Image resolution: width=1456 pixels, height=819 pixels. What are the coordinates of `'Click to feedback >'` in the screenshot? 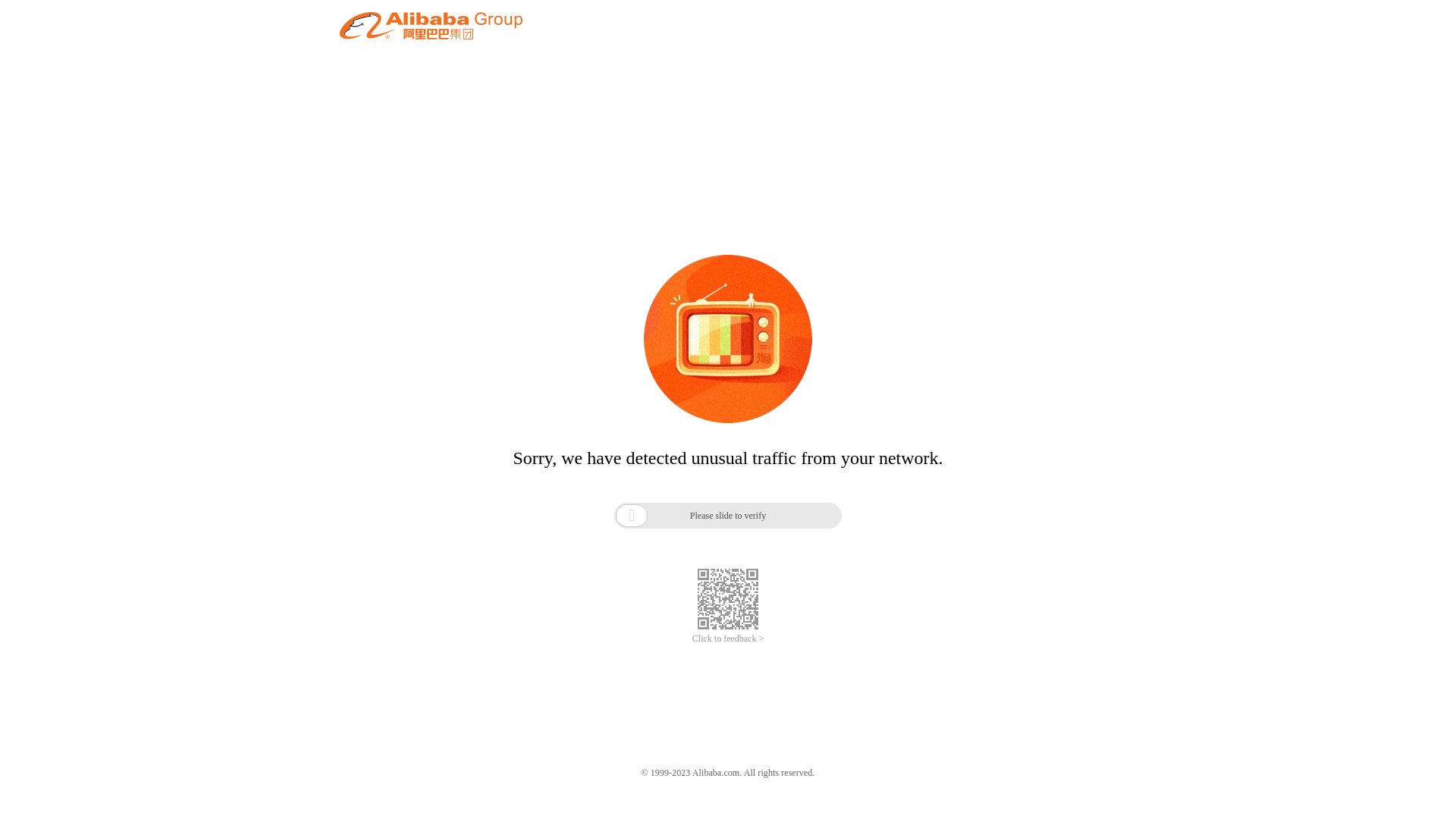 It's located at (728, 639).